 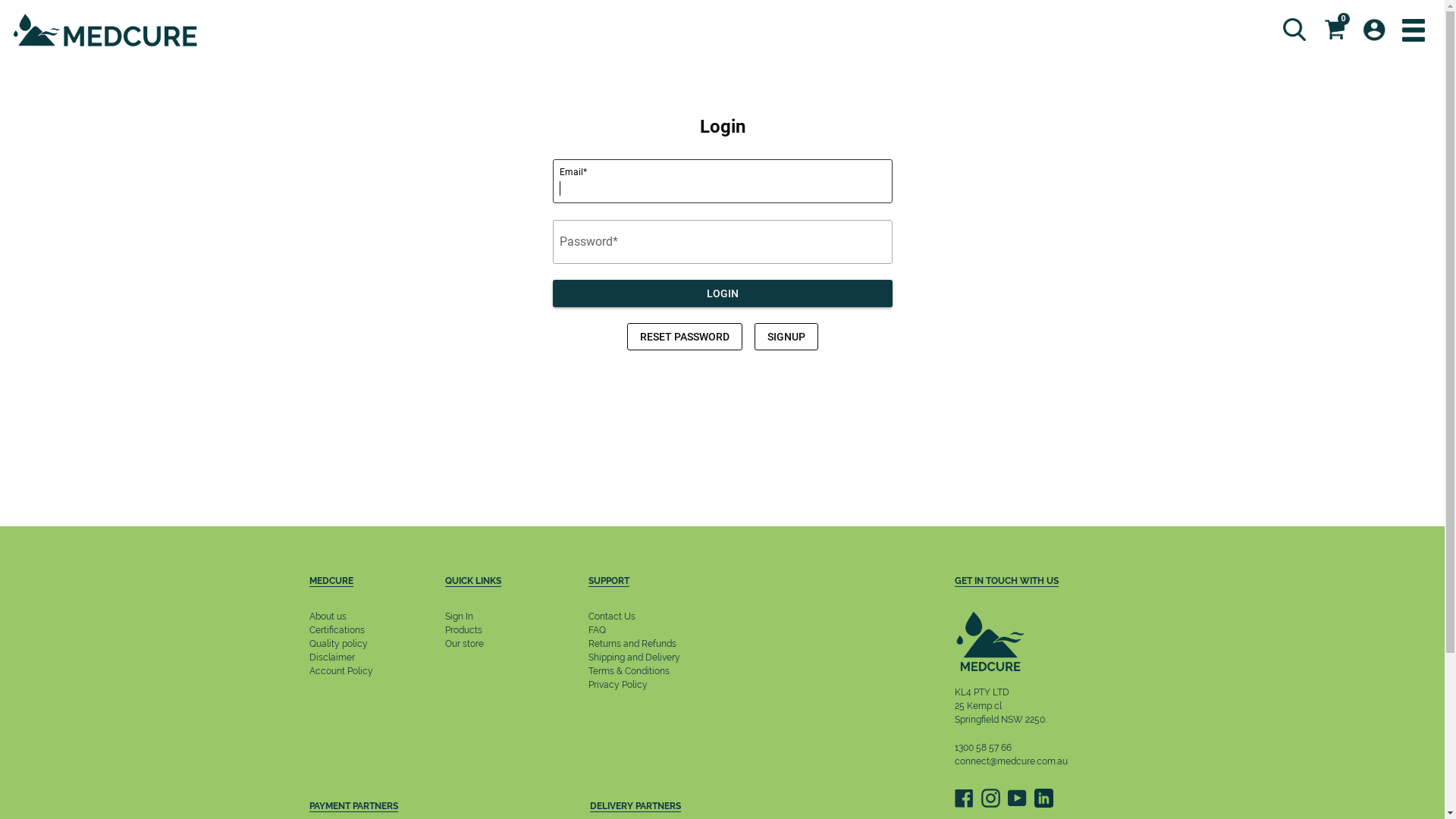 What do you see at coordinates (1010, 761) in the screenshot?
I see `'connect@medcure.com.au'` at bounding box center [1010, 761].